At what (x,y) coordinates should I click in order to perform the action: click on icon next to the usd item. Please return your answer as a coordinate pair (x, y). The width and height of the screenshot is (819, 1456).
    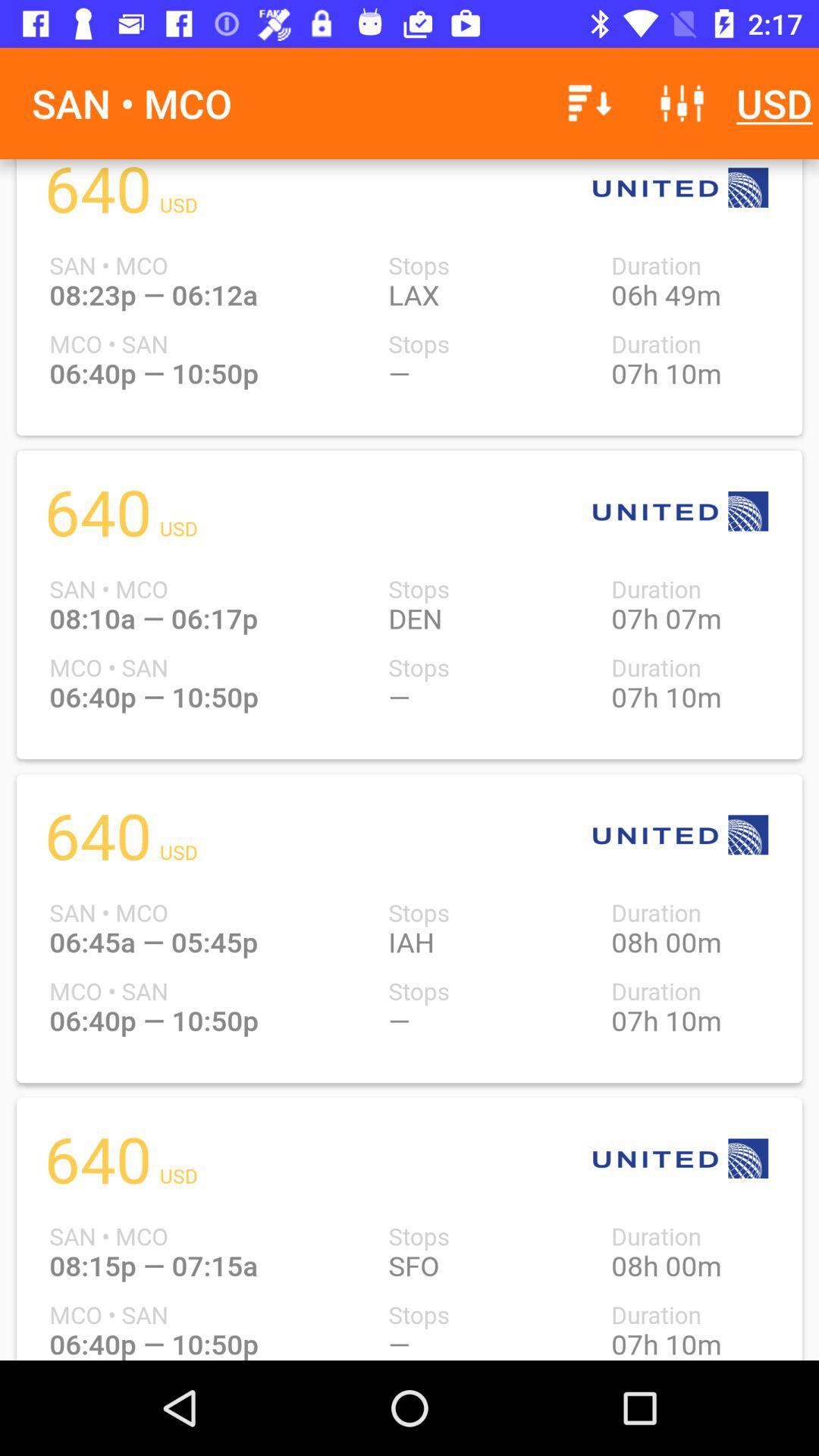
    Looking at the image, I should click on (681, 102).